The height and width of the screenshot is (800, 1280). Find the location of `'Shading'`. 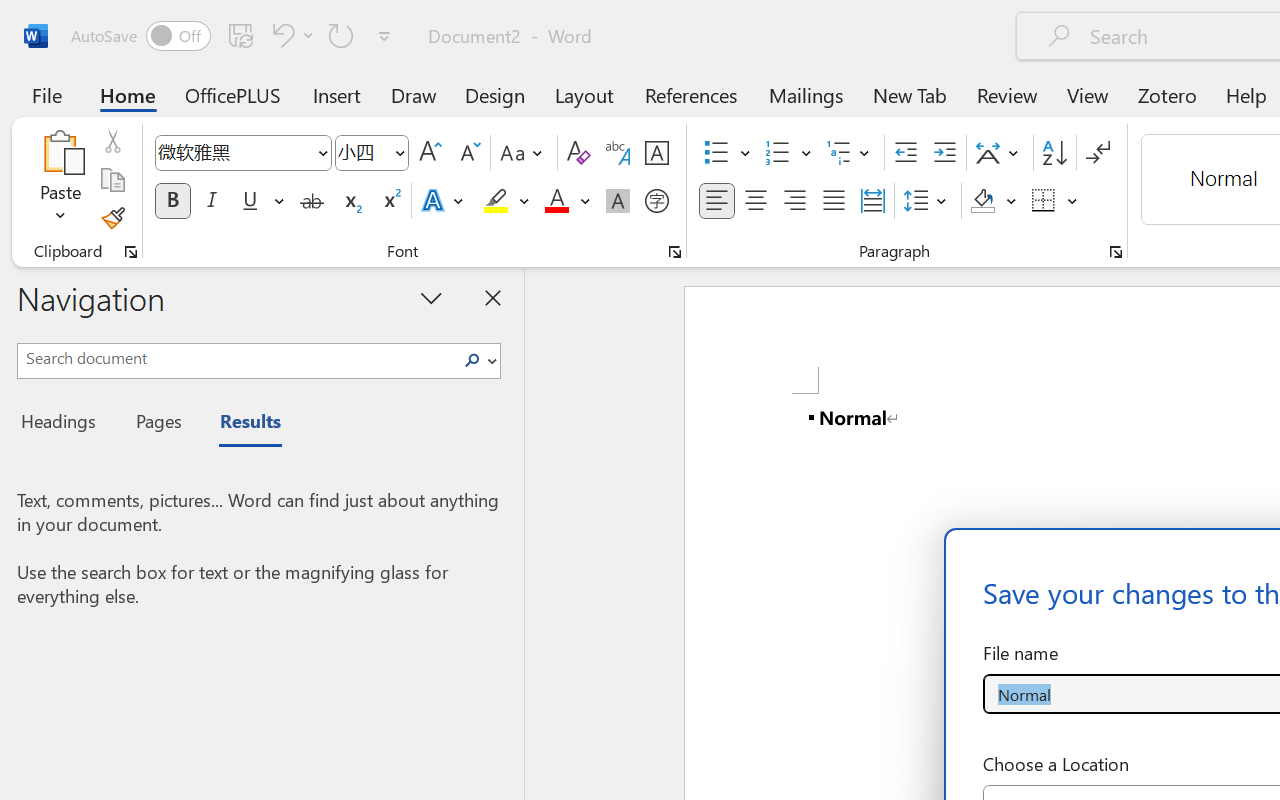

'Shading' is located at coordinates (993, 201).